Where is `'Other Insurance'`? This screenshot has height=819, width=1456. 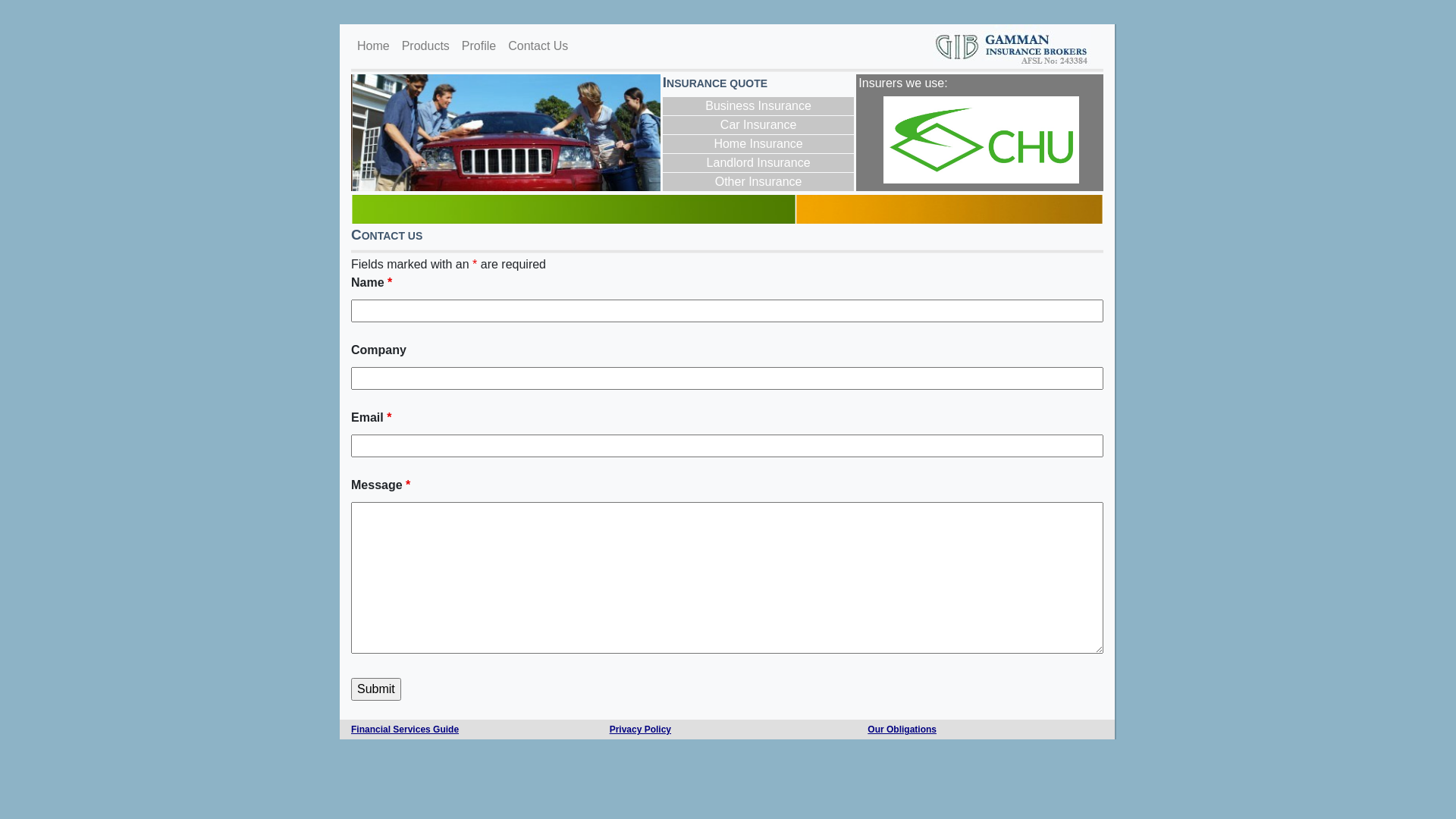
'Other Insurance' is located at coordinates (758, 180).